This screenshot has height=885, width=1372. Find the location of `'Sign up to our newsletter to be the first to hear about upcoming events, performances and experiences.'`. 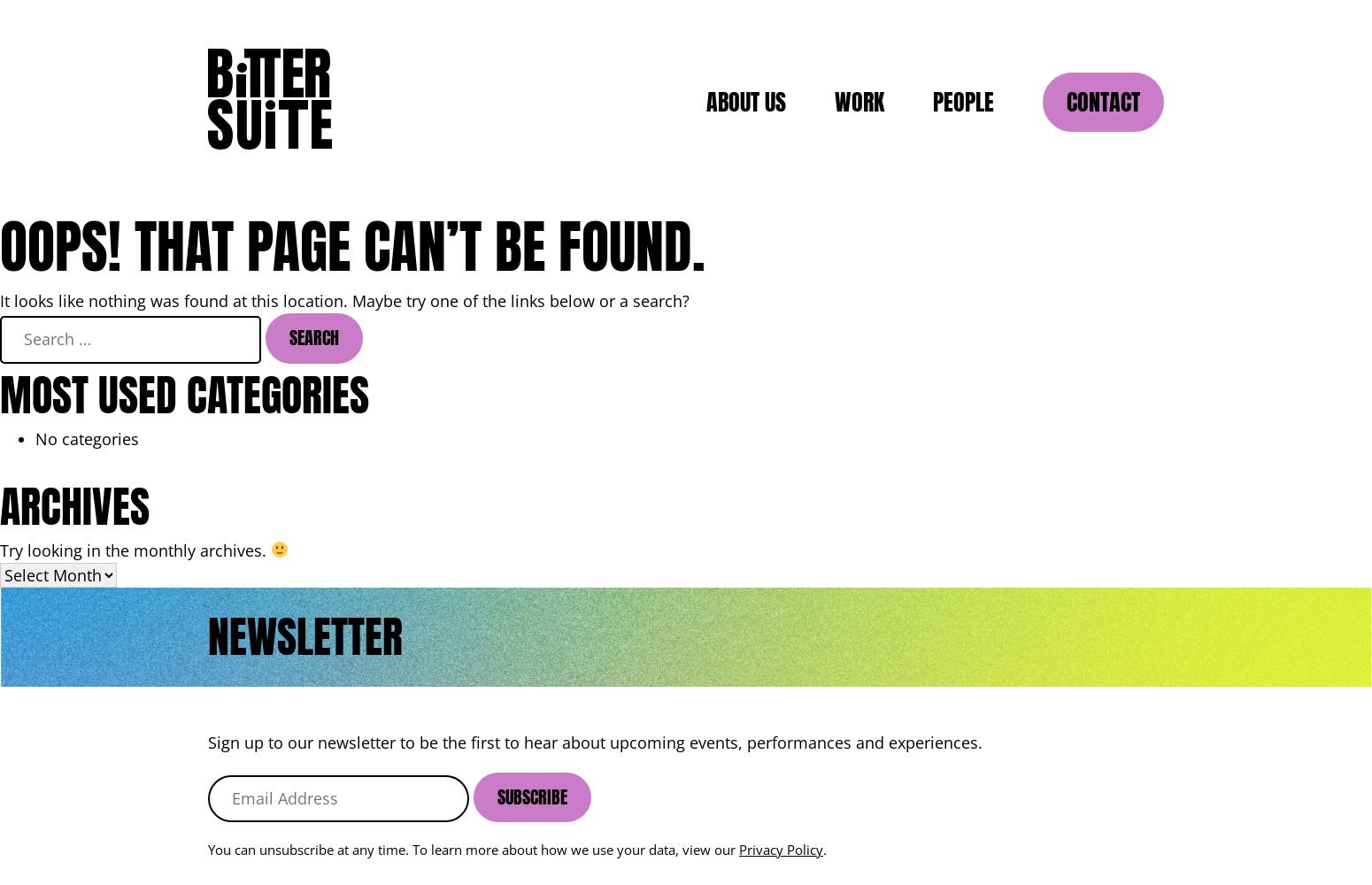

'Sign up to our newsletter to be the first to hear about upcoming events, performances and experiences.' is located at coordinates (594, 741).